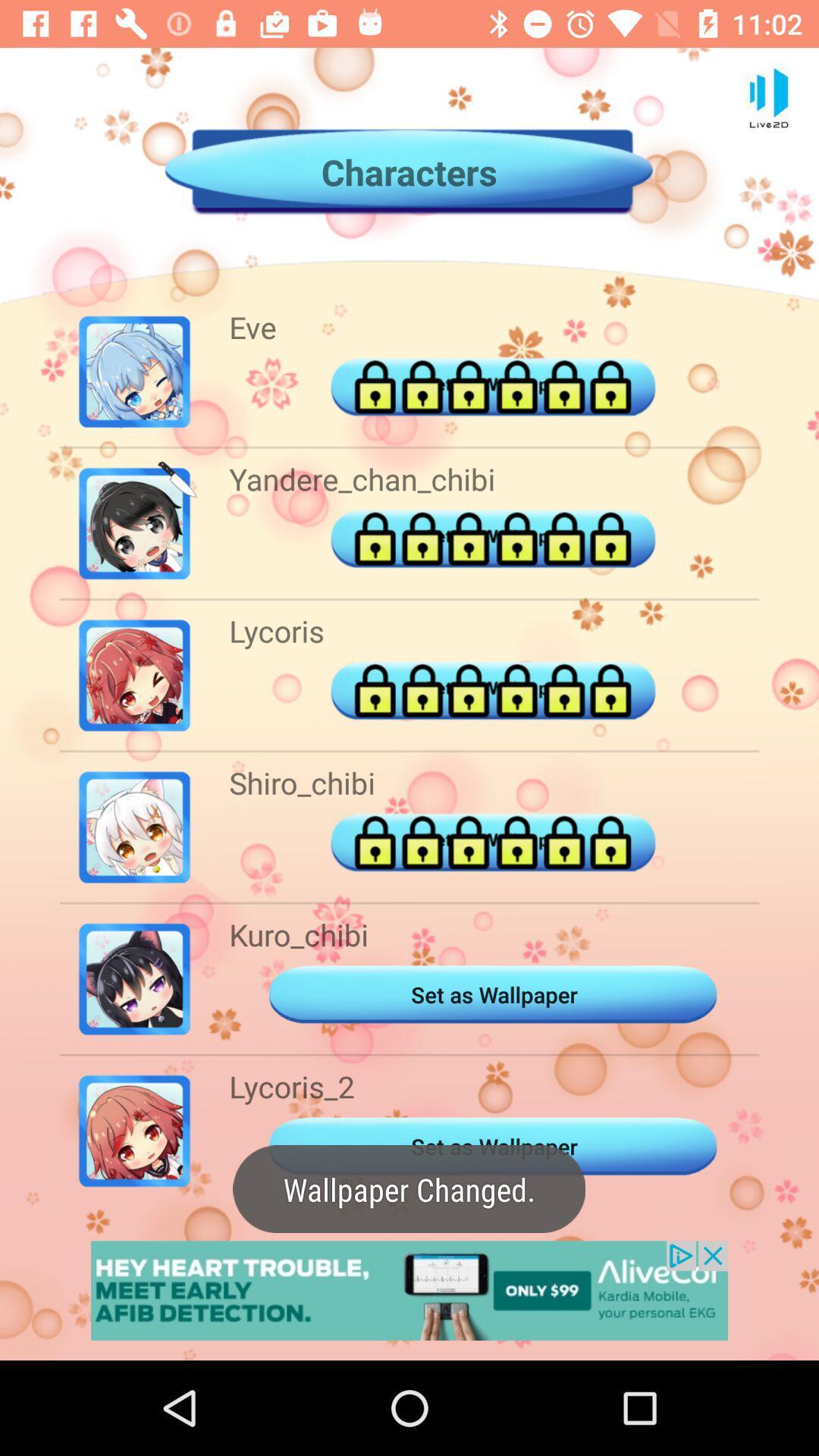 The width and height of the screenshot is (819, 1456). What do you see at coordinates (409, 1290) in the screenshot?
I see `advertisement` at bounding box center [409, 1290].